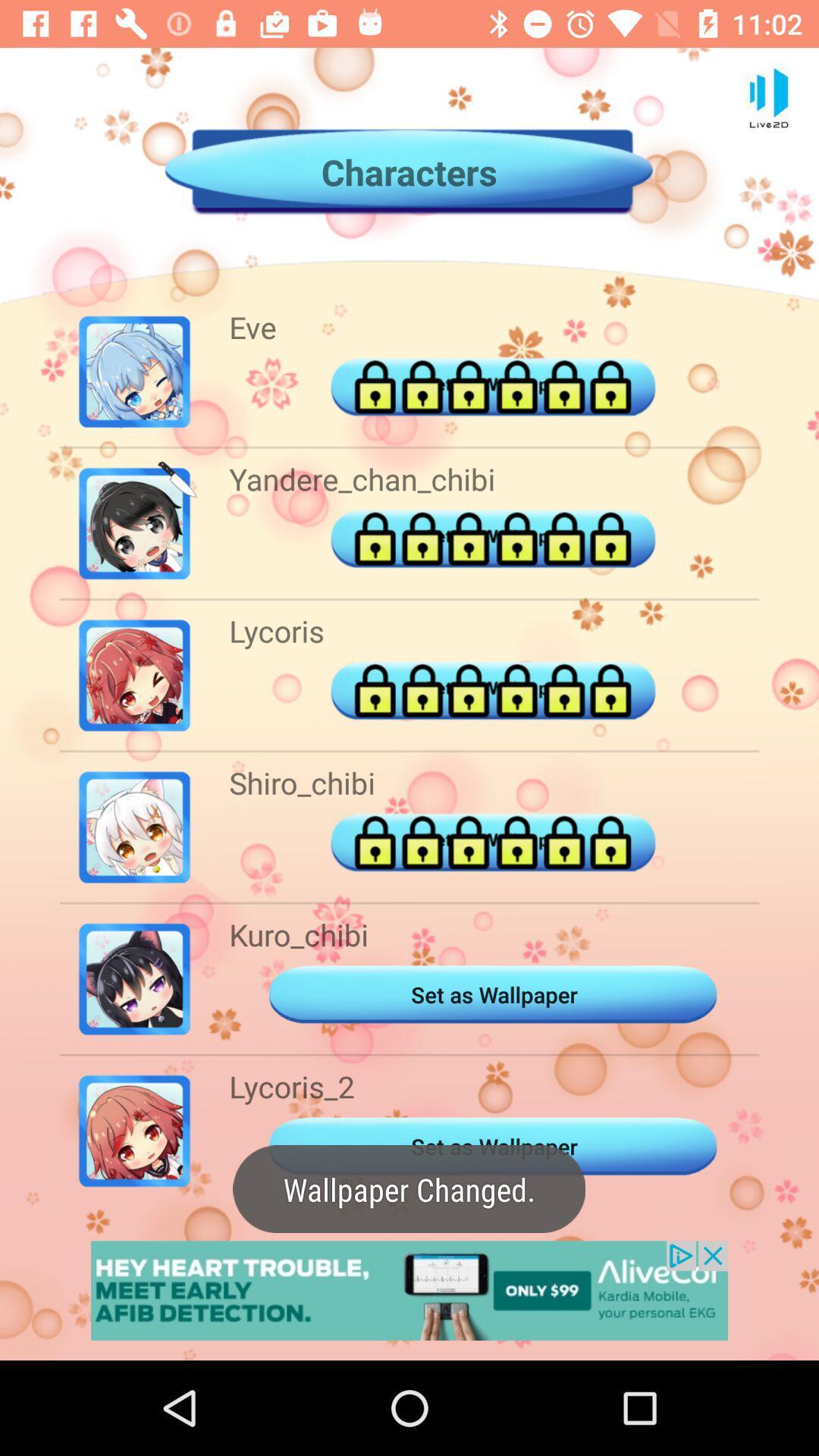 The width and height of the screenshot is (819, 1456). What do you see at coordinates (409, 1290) in the screenshot?
I see `advertisement` at bounding box center [409, 1290].